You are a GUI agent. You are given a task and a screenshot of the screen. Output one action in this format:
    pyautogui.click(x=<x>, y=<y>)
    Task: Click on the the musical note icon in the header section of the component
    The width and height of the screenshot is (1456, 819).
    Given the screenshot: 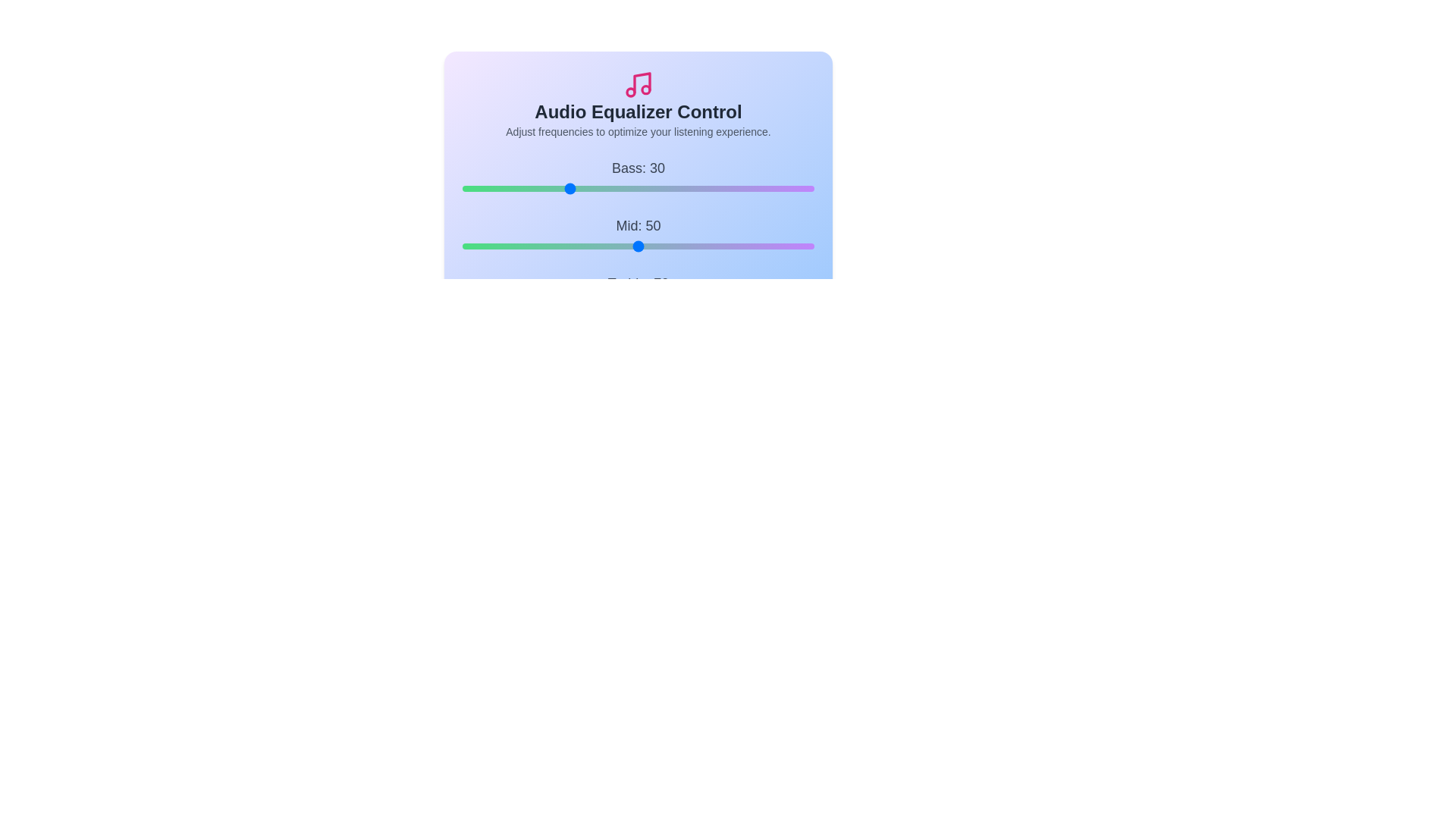 What is the action you would take?
    pyautogui.click(x=638, y=84)
    